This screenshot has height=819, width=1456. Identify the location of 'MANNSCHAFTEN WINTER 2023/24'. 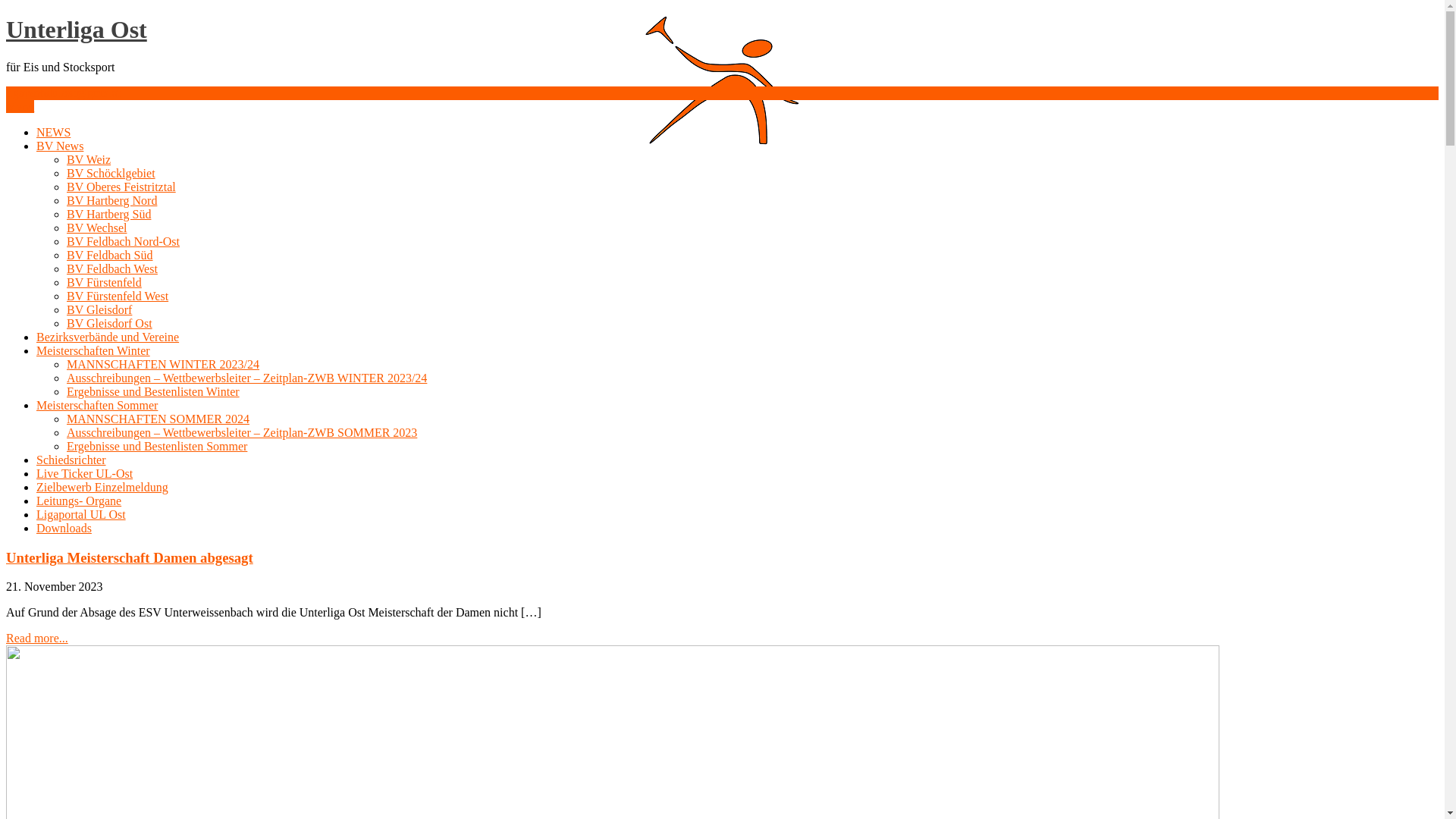
(65, 364).